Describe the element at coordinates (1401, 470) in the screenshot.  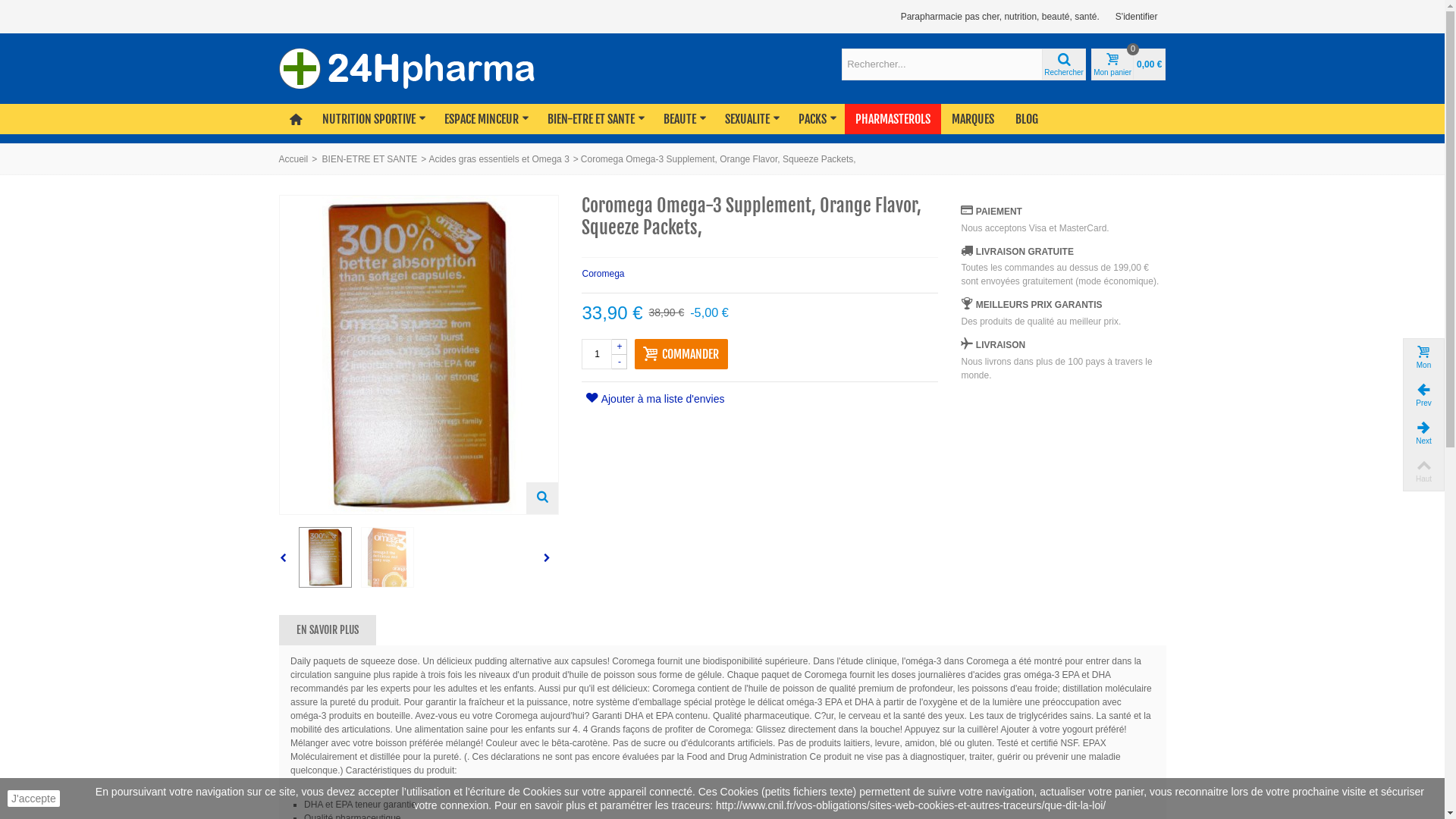
I see `'Haut'` at that location.